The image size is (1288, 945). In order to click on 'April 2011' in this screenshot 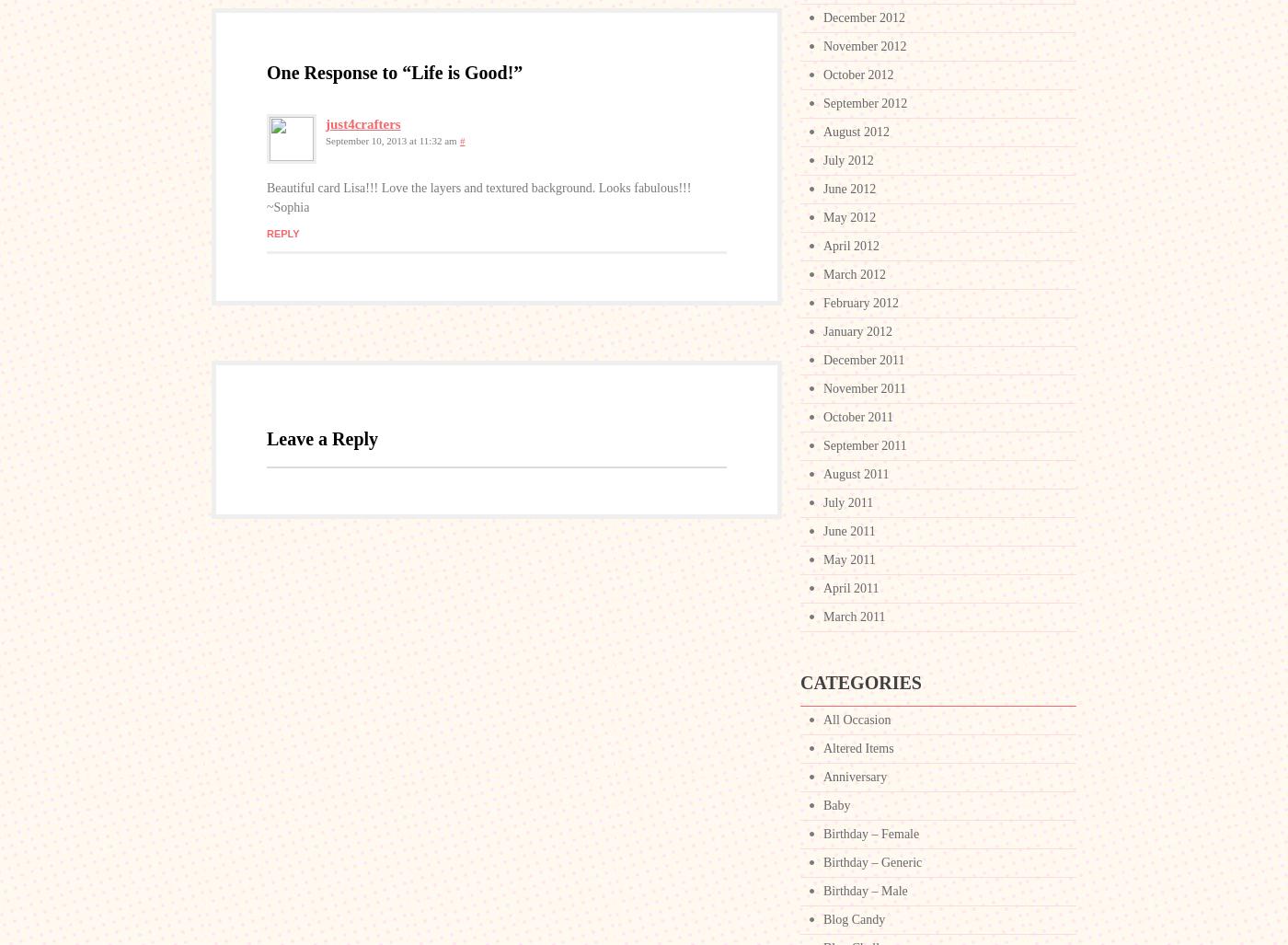, I will do `click(850, 587)`.